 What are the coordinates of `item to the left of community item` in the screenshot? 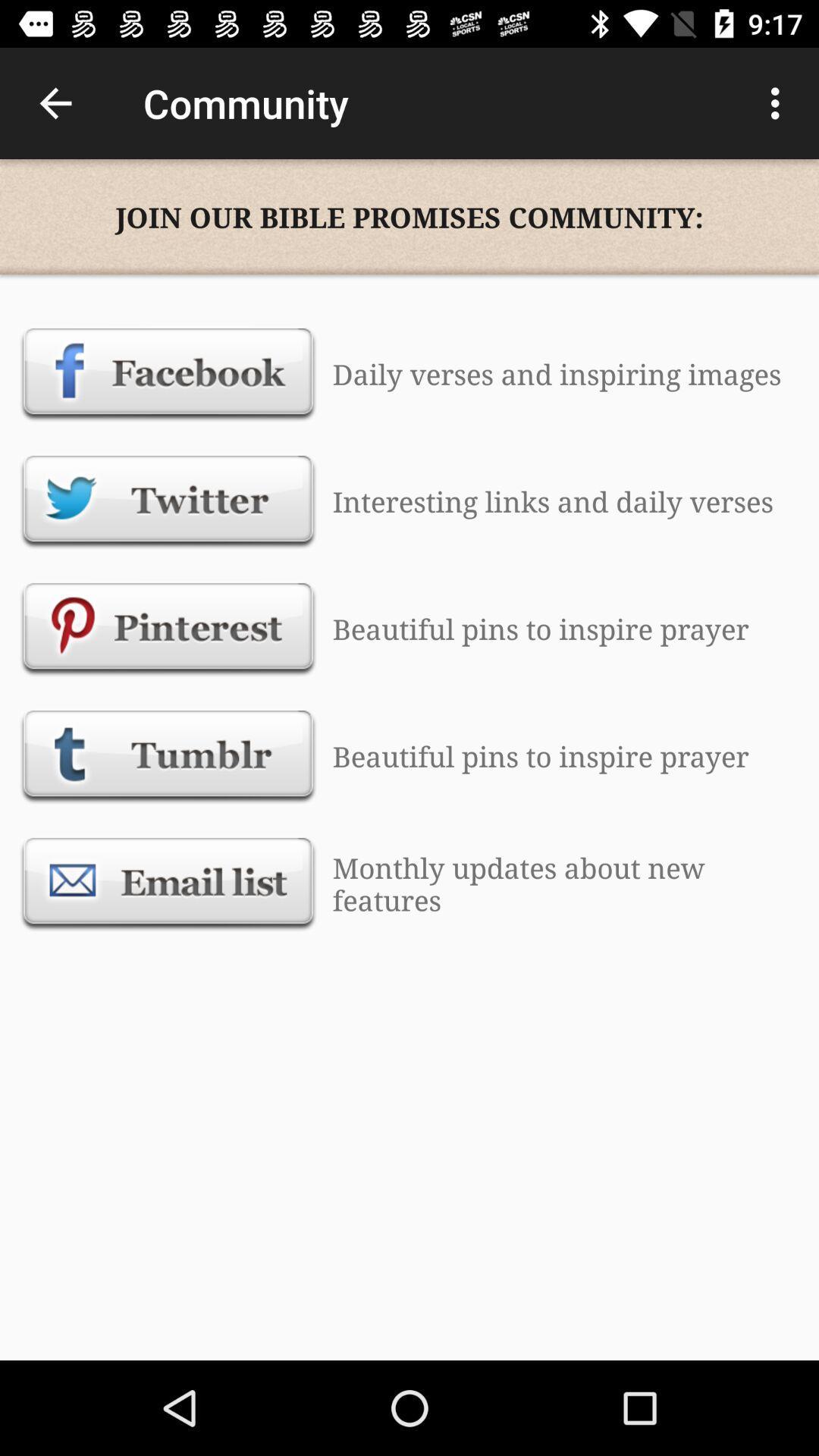 It's located at (55, 102).